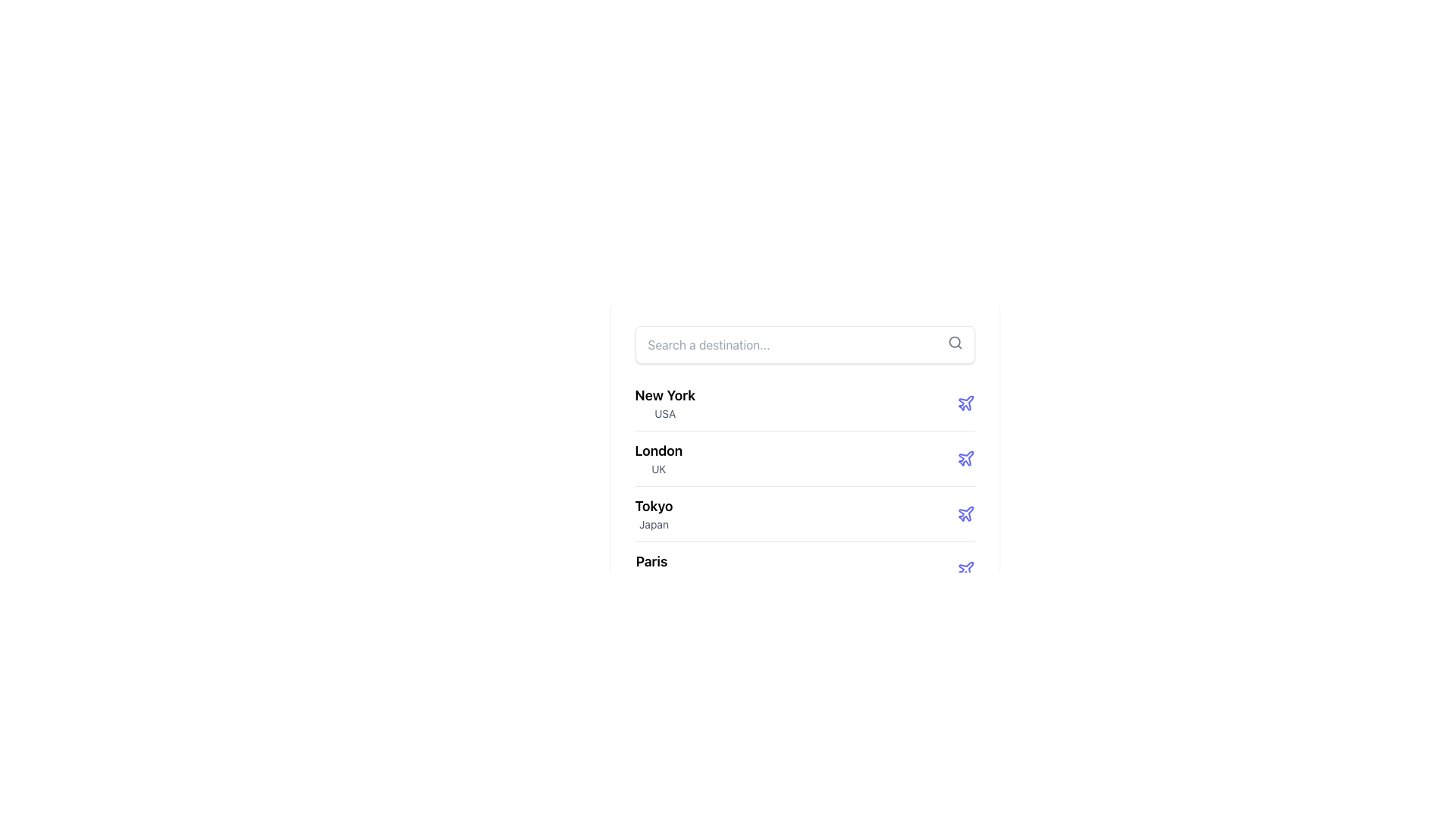  Describe the element at coordinates (804, 403) in the screenshot. I see `the first list item displaying 'New York' and 'USA'` at that location.